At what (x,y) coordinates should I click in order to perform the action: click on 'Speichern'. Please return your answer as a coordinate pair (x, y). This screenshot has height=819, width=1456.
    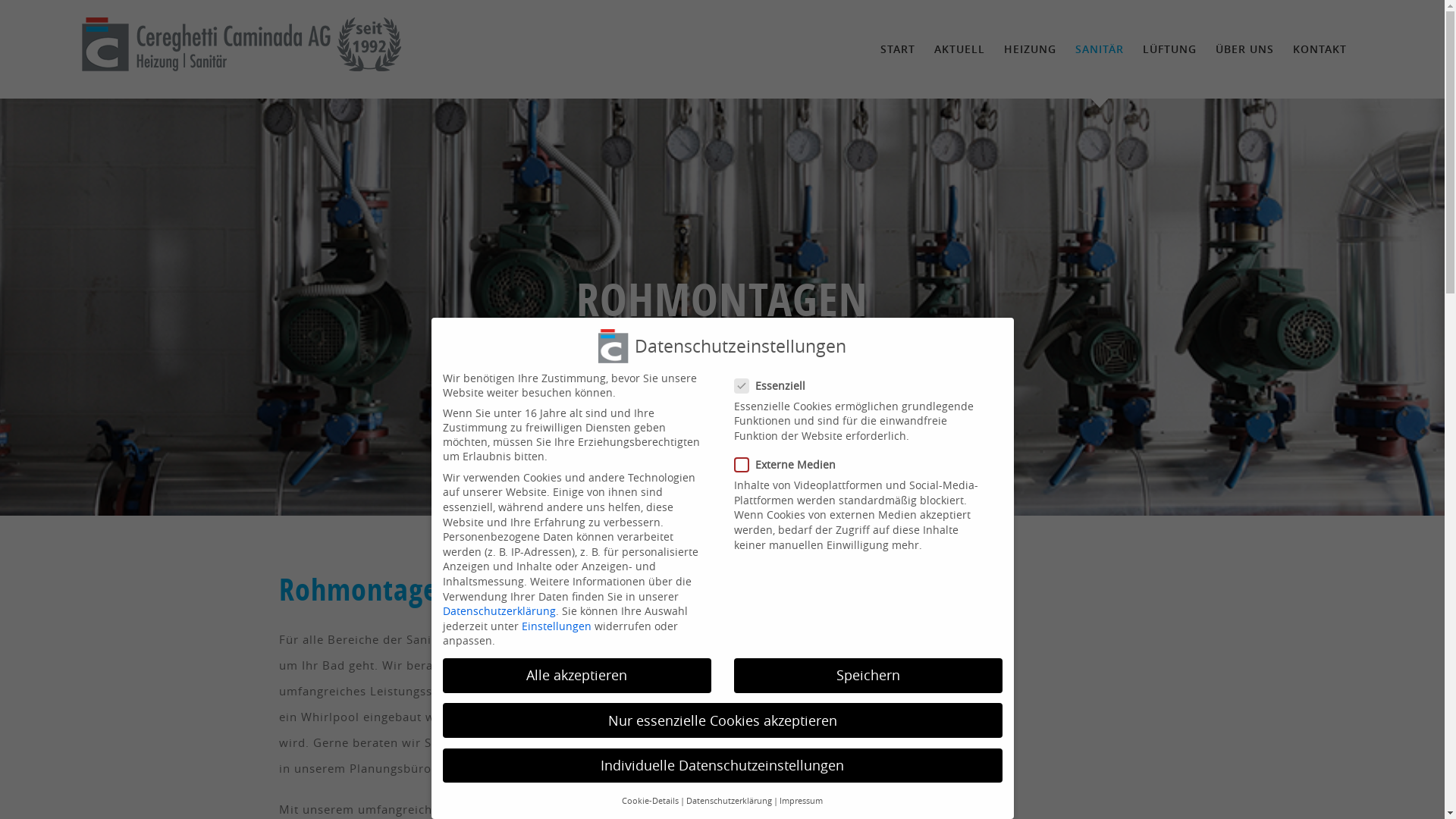
    Looking at the image, I should click on (868, 675).